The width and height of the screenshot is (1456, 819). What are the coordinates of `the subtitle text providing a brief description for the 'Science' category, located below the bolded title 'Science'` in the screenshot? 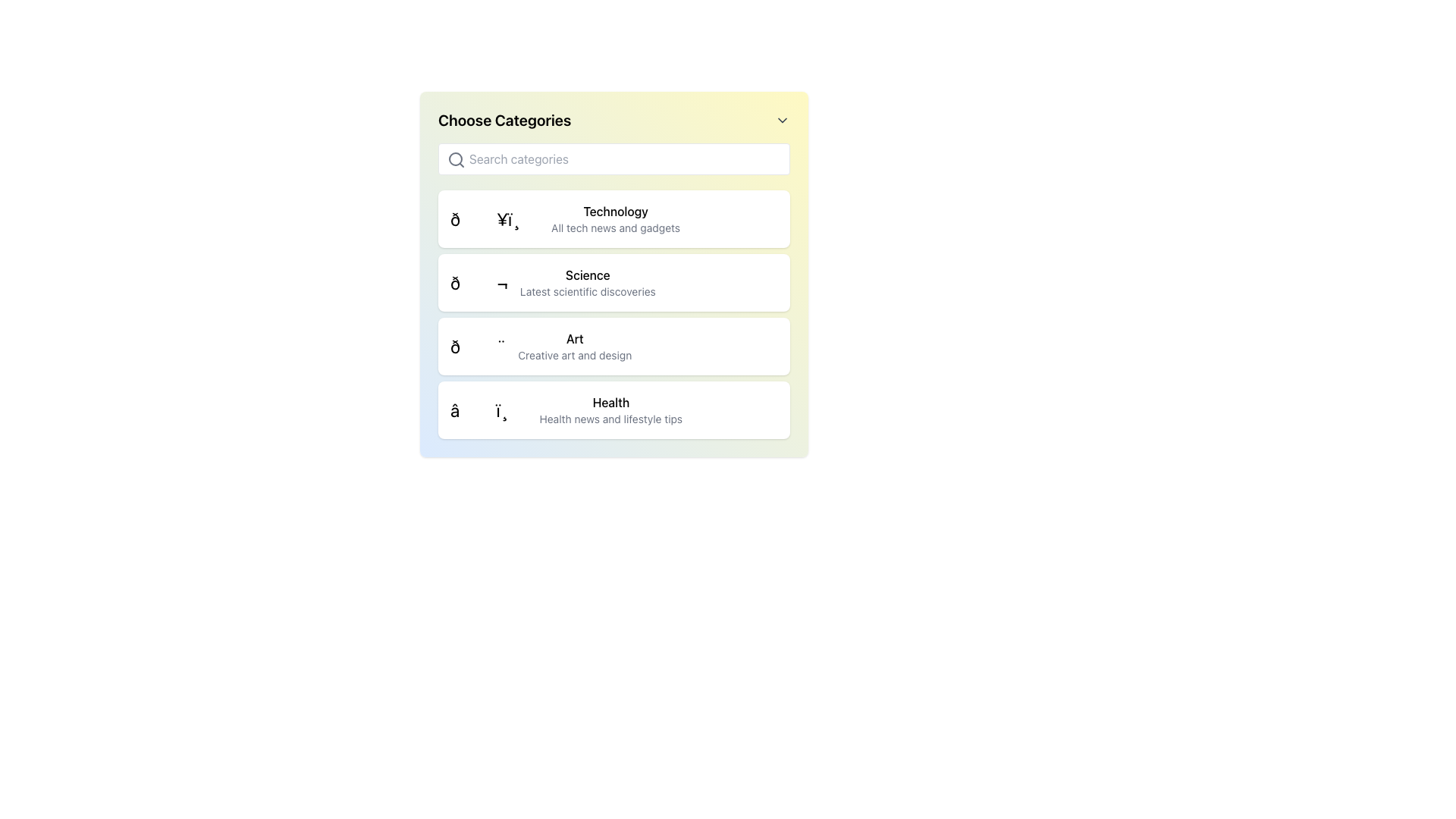 It's located at (587, 292).